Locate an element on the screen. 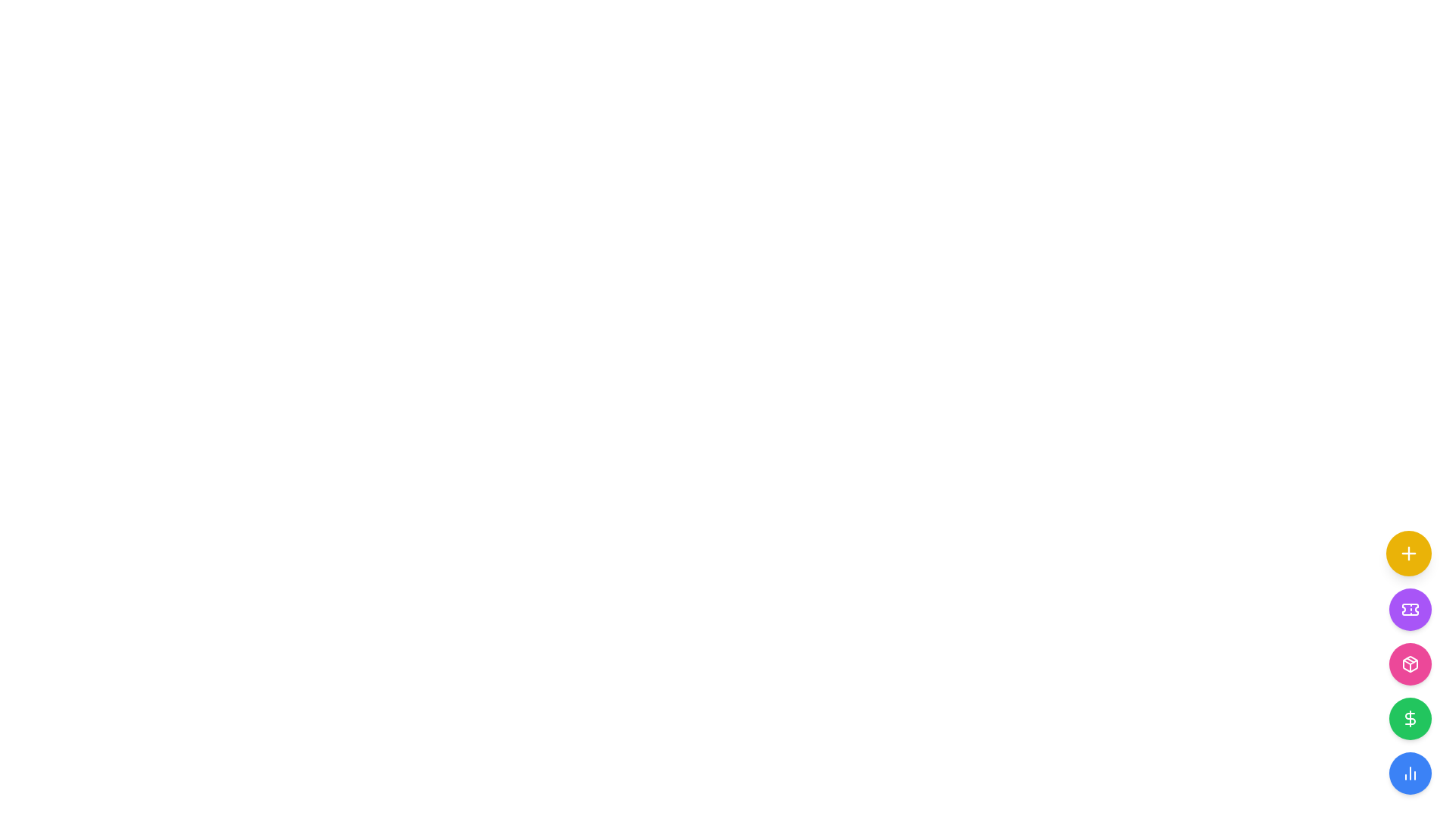 This screenshot has height=819, width=1456. the 'Tickets' button, which is the second button in a vertical stack near the right edge of the viewport is located at coordinates (1410, 608).